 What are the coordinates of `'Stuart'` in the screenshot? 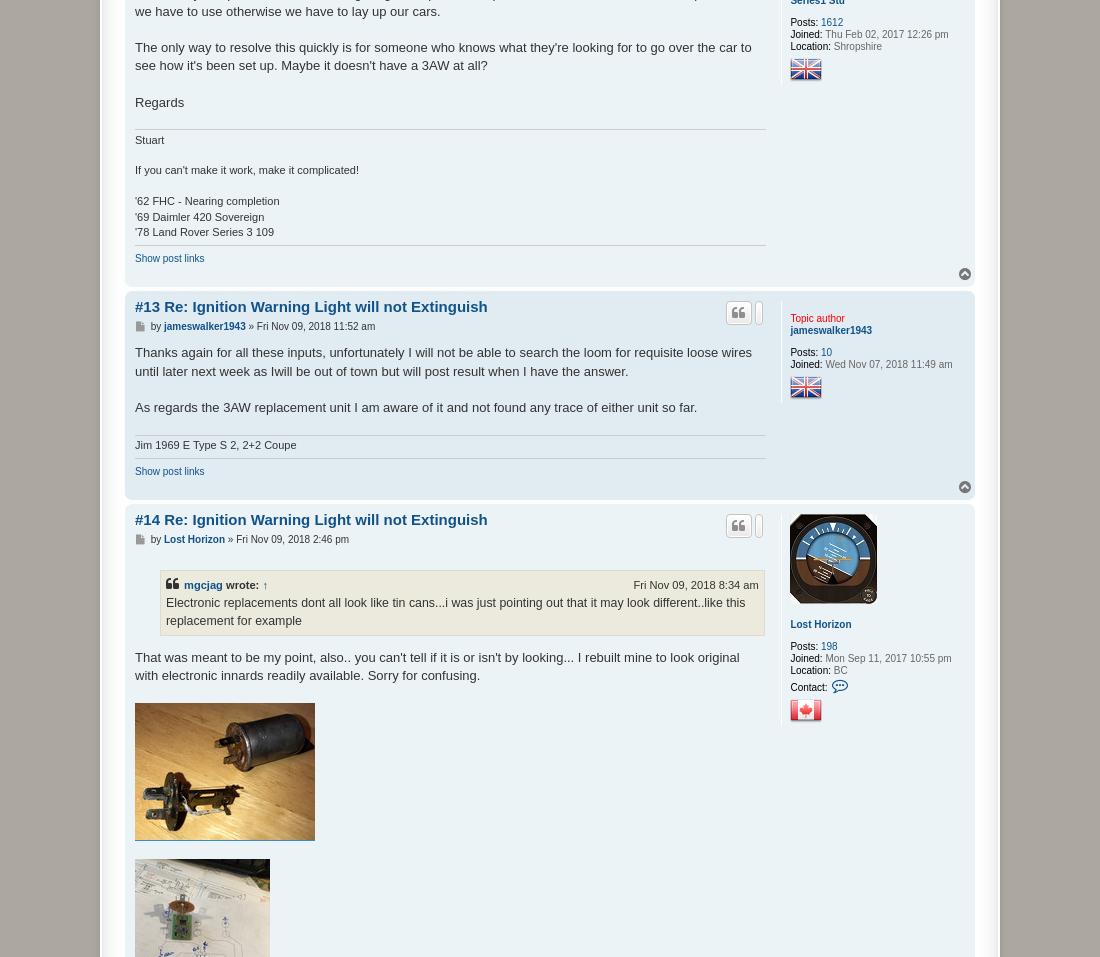 It's located at (148, 138).